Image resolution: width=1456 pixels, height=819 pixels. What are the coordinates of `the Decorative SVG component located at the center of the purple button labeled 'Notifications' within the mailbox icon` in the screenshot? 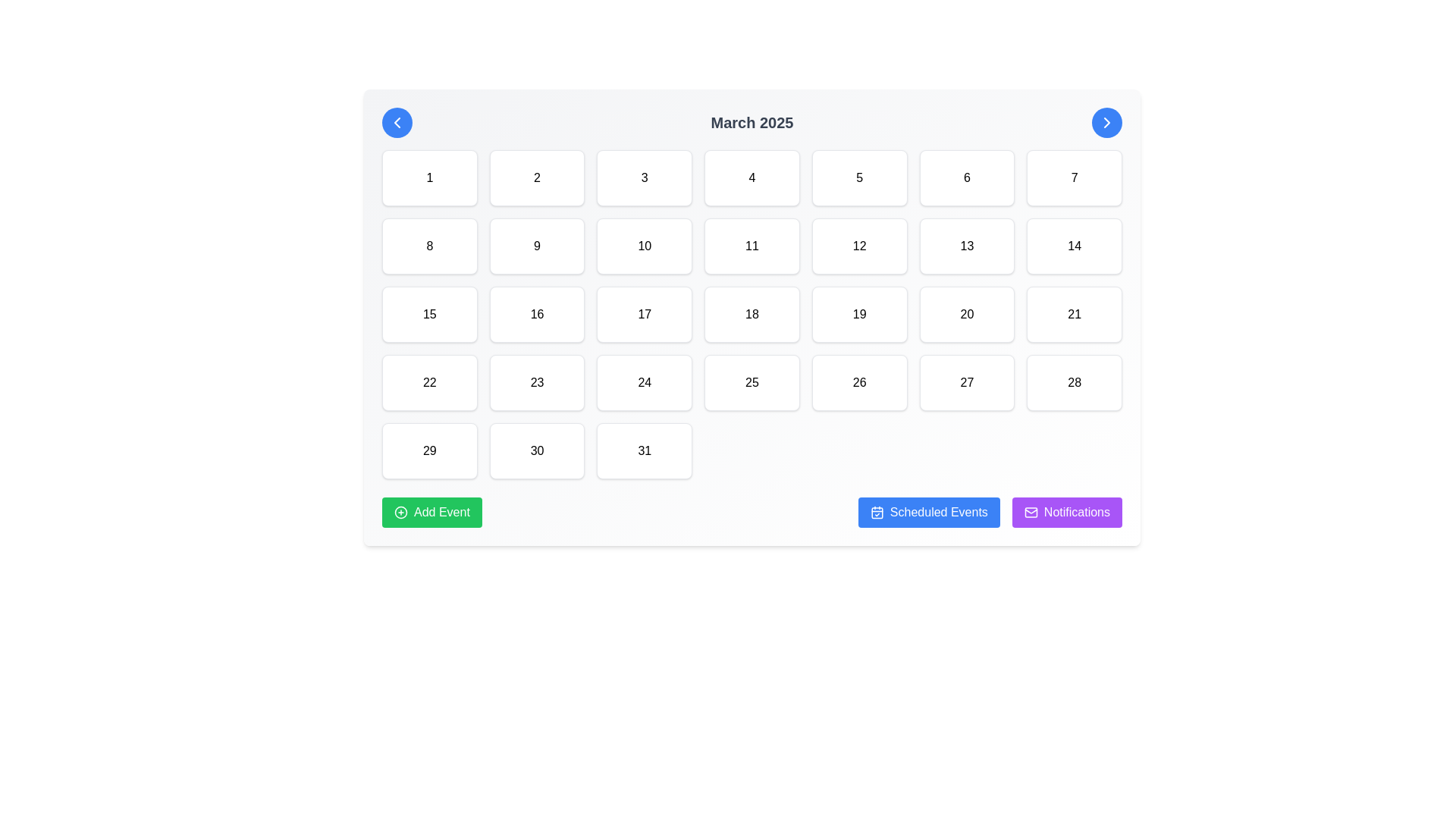 It's located at (1031, 512).